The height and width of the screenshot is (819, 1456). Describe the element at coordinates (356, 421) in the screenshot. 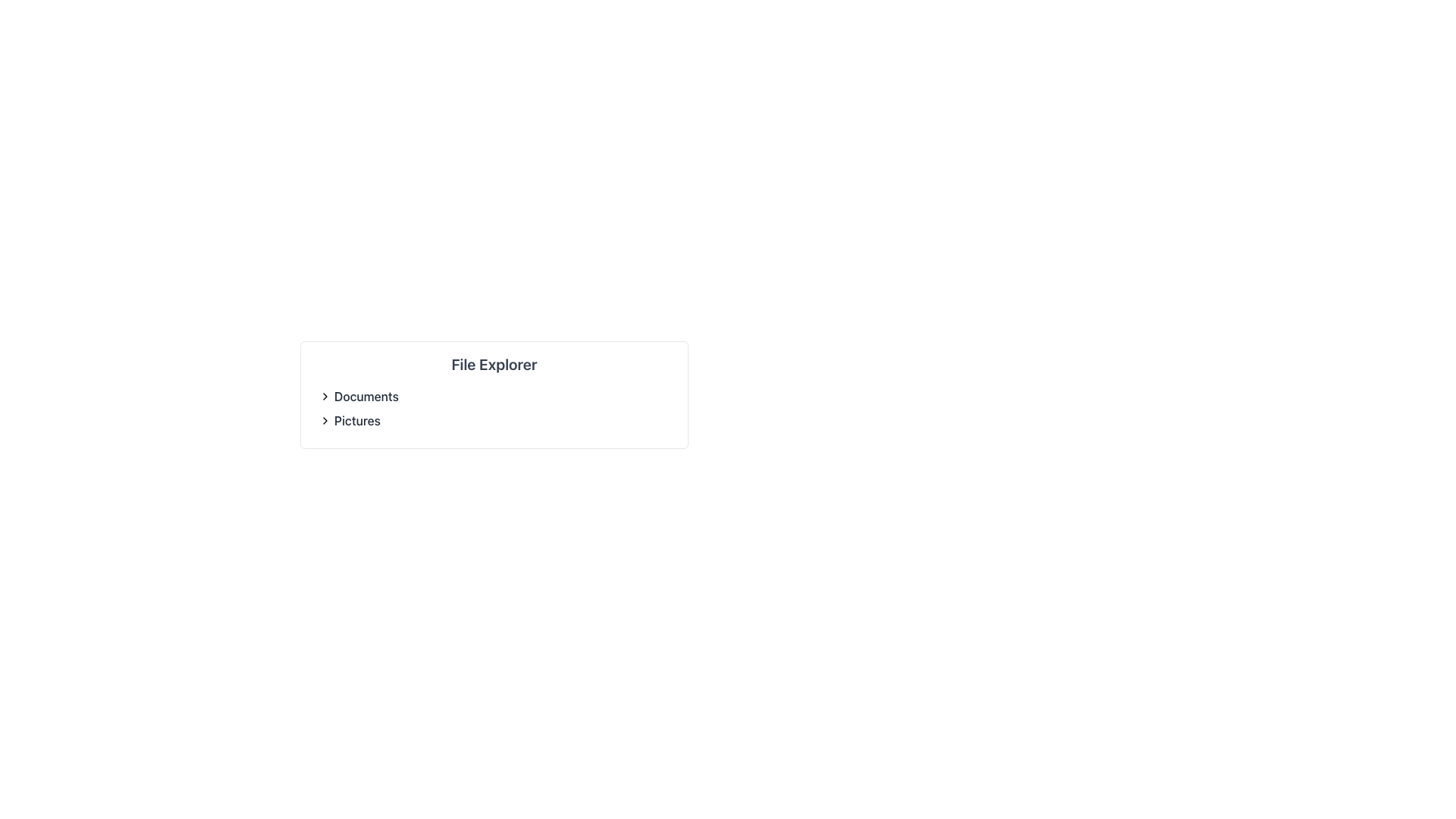

I see `the 'Pictures' label in the file navigation interface` at that location.